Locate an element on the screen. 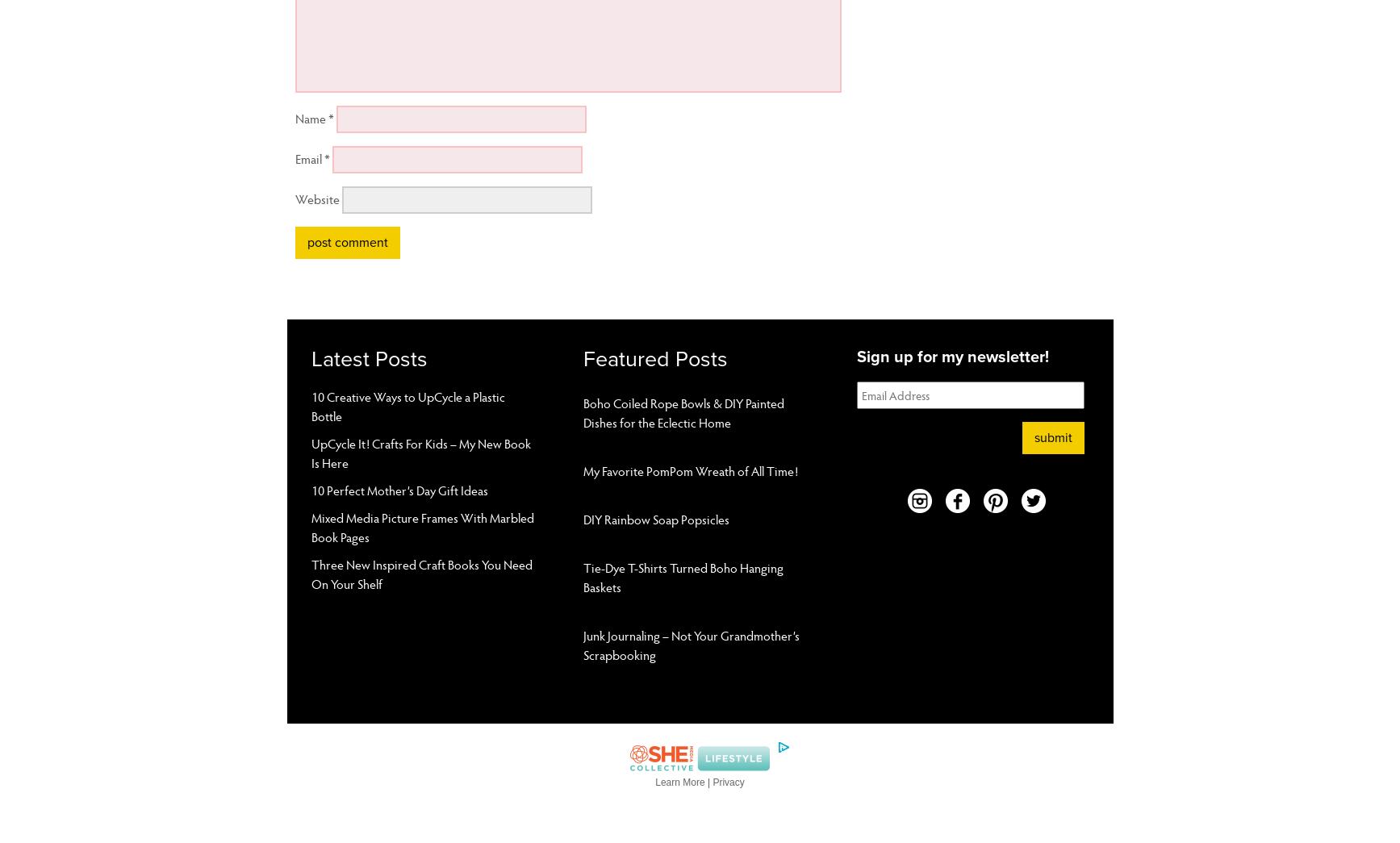 This screenshot has width=1400, height=843. 'Website' is located at coordinates (316, 197).